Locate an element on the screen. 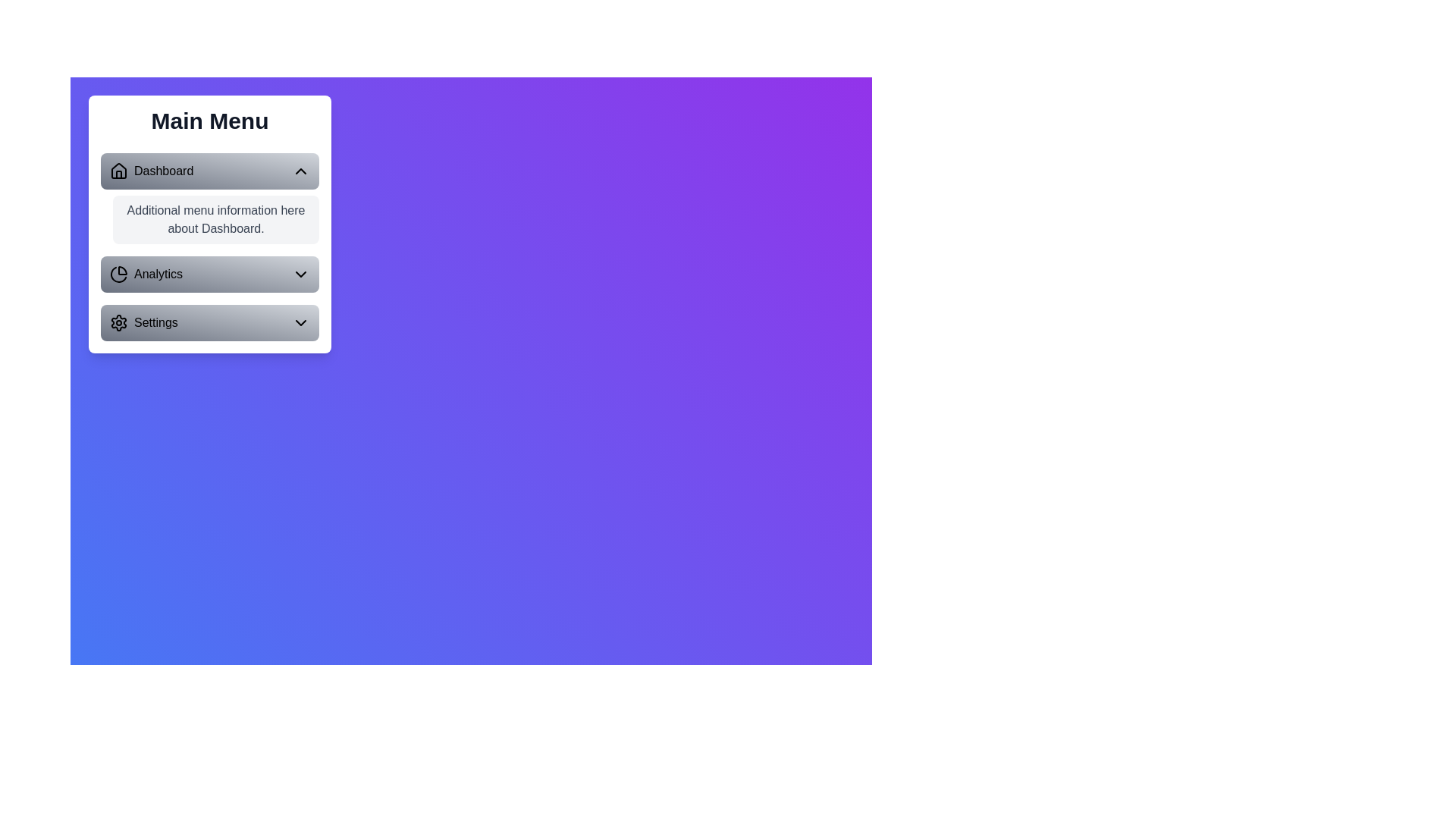 Image resolution: width=1456 pixels, height=819 pixels. the 'Settings' text label located to the right of the gear icon in the central menu with a purple background is located at coordinates (155, 322).